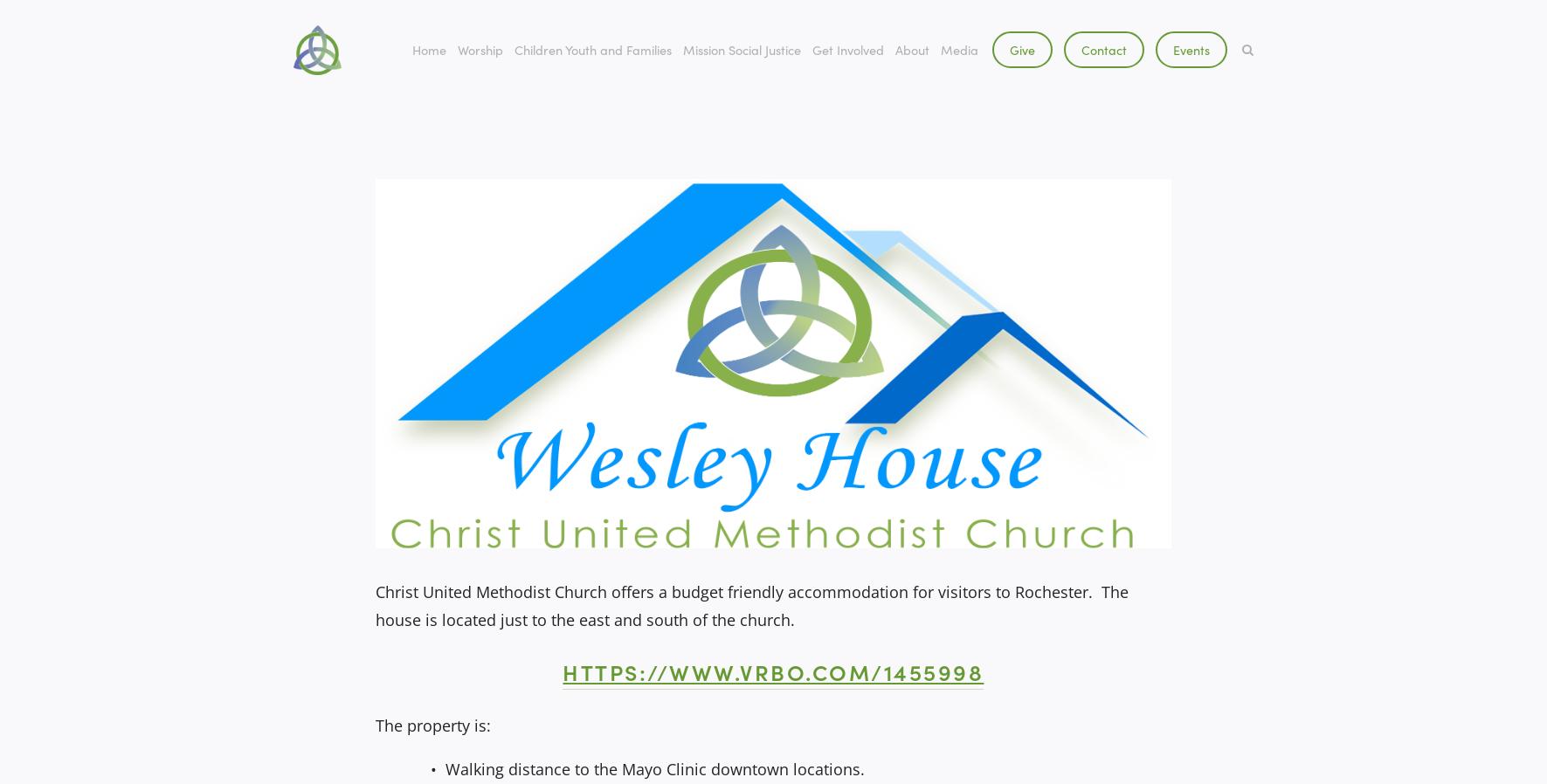 The image size is (1547, 784). What do you see at coordinates (740, 49) in the screenshot?
I see `'Mission Social Justice'` at bounding box center [740, 49].